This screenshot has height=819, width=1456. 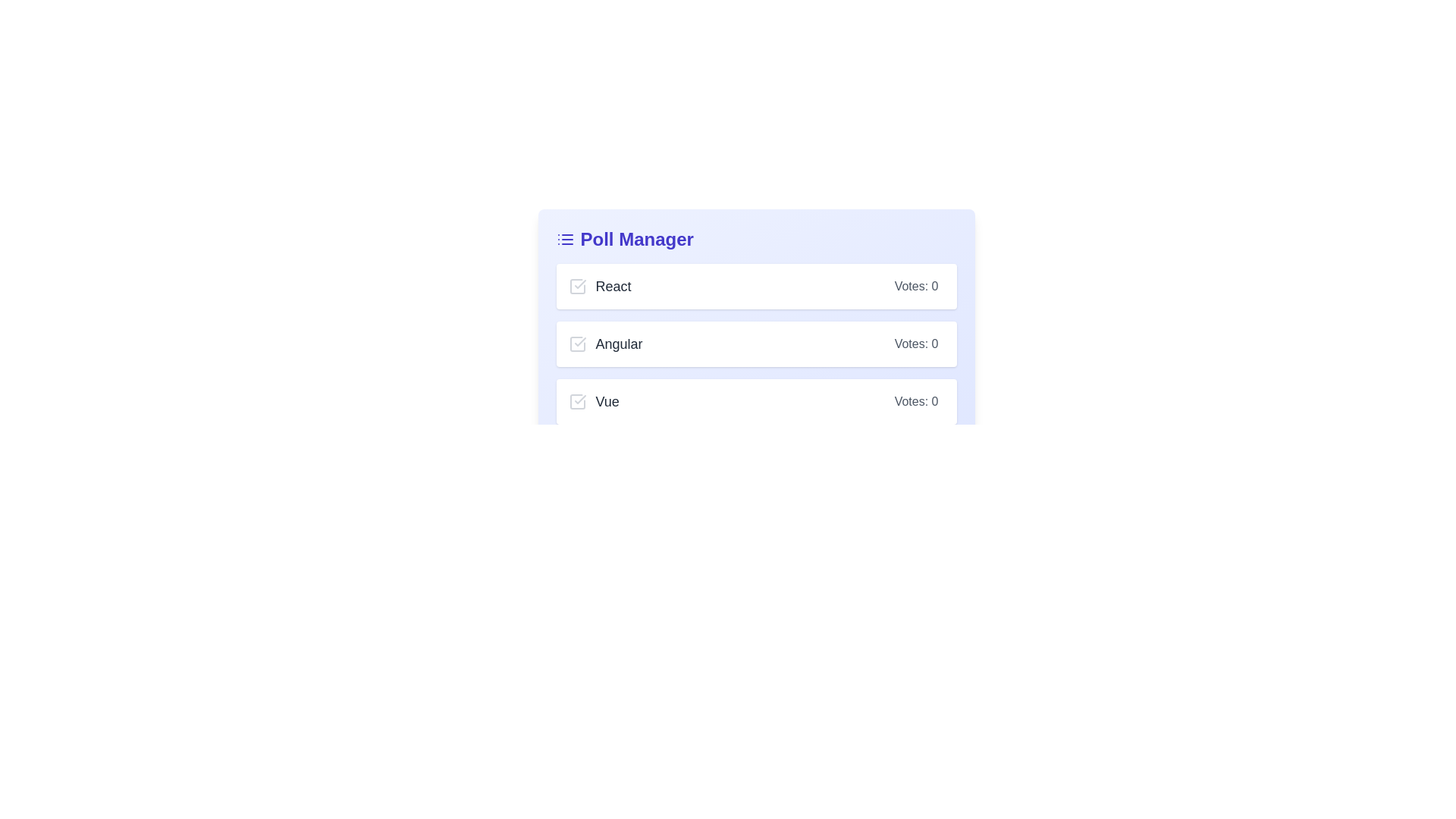 I want to click on the Checkbox or checkmark icon for the 'Vue' option in the Poll Manager, so click(x=576, y=400).